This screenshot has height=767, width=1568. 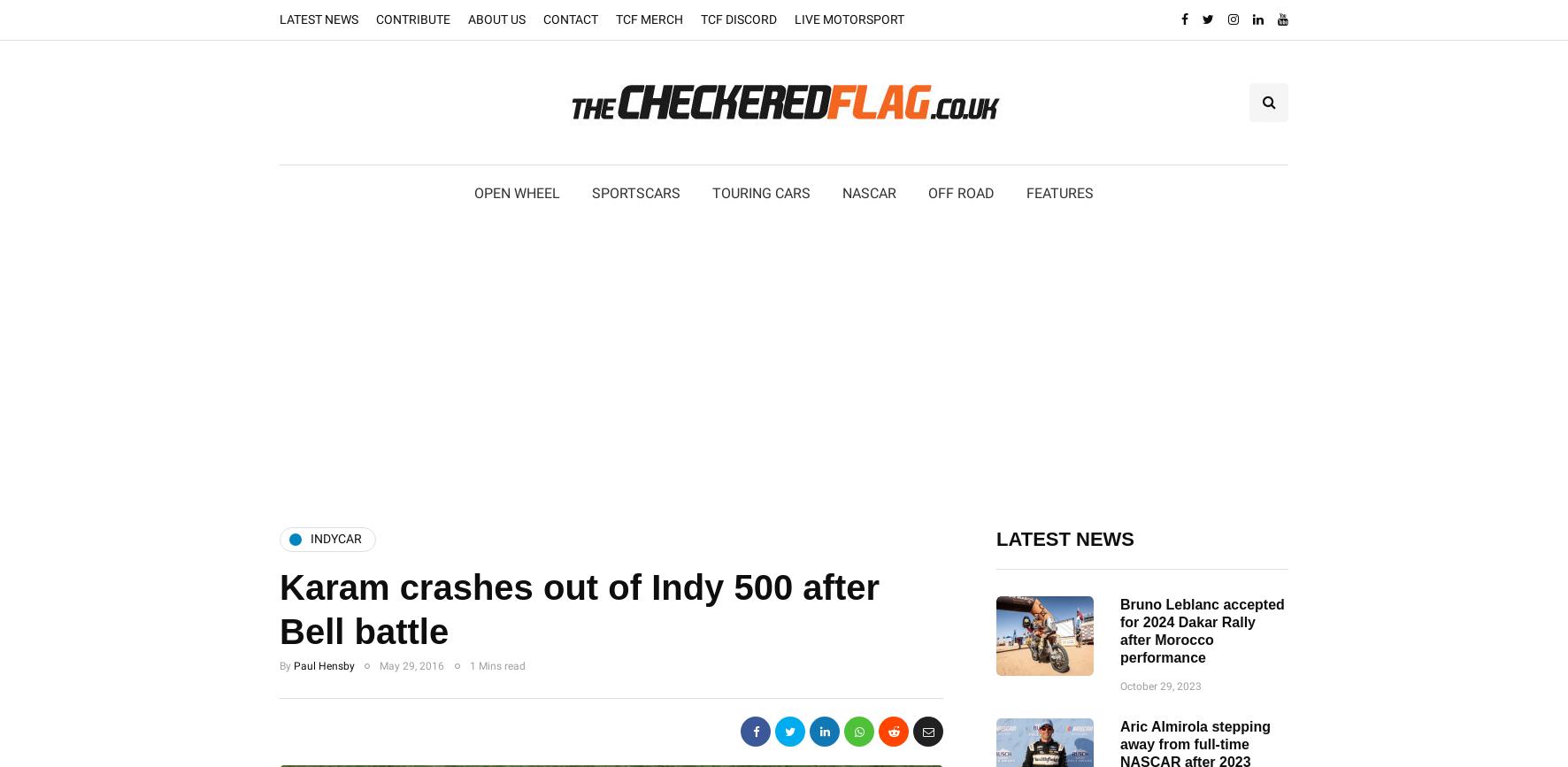 What do you see at coordinates (324, 664) in the screenshot?
I see `'Paul Hensby'` at bounding box center [324, 664].